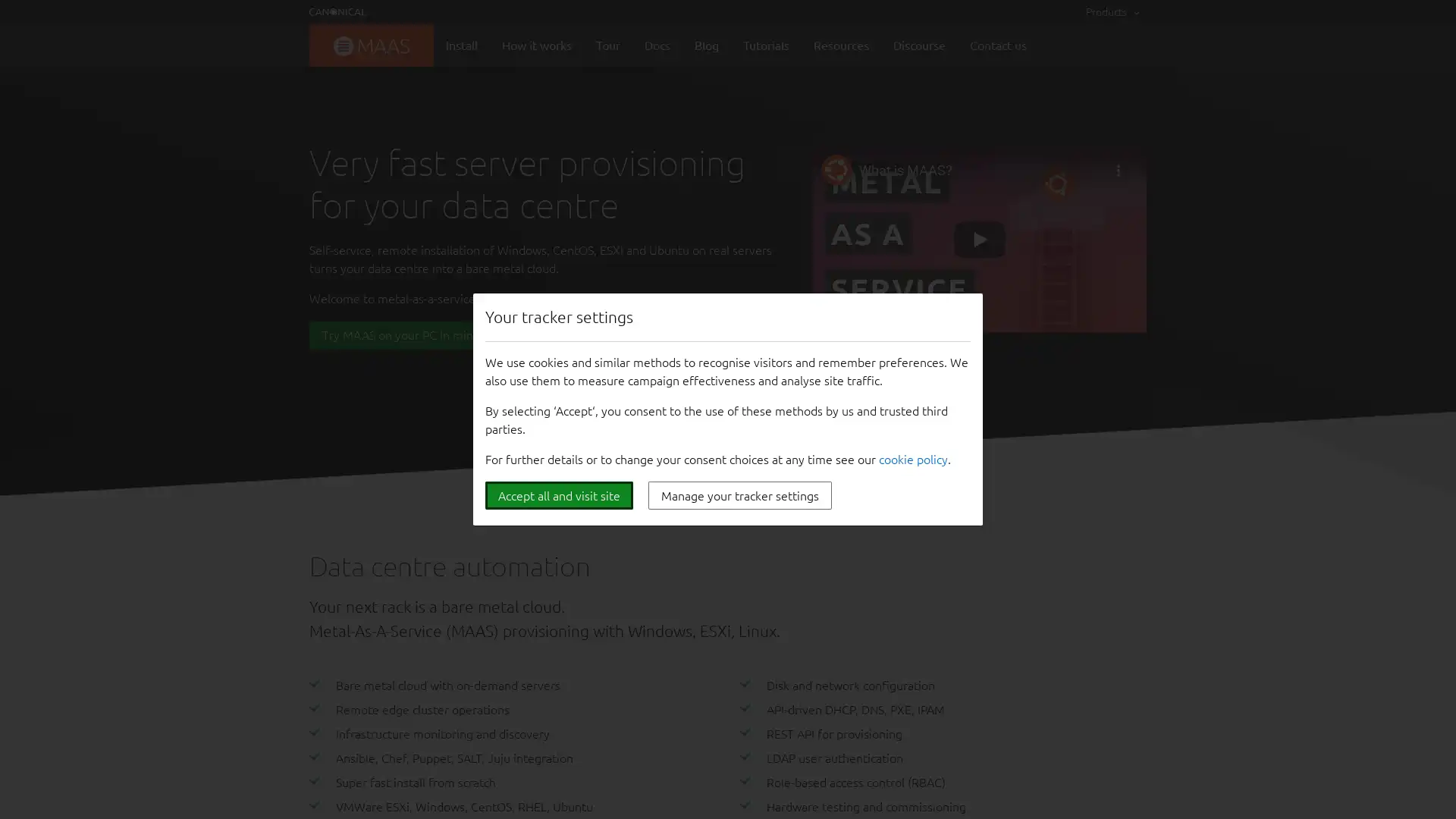  I want to click on Manage your tracker settings, so click(739, 495).